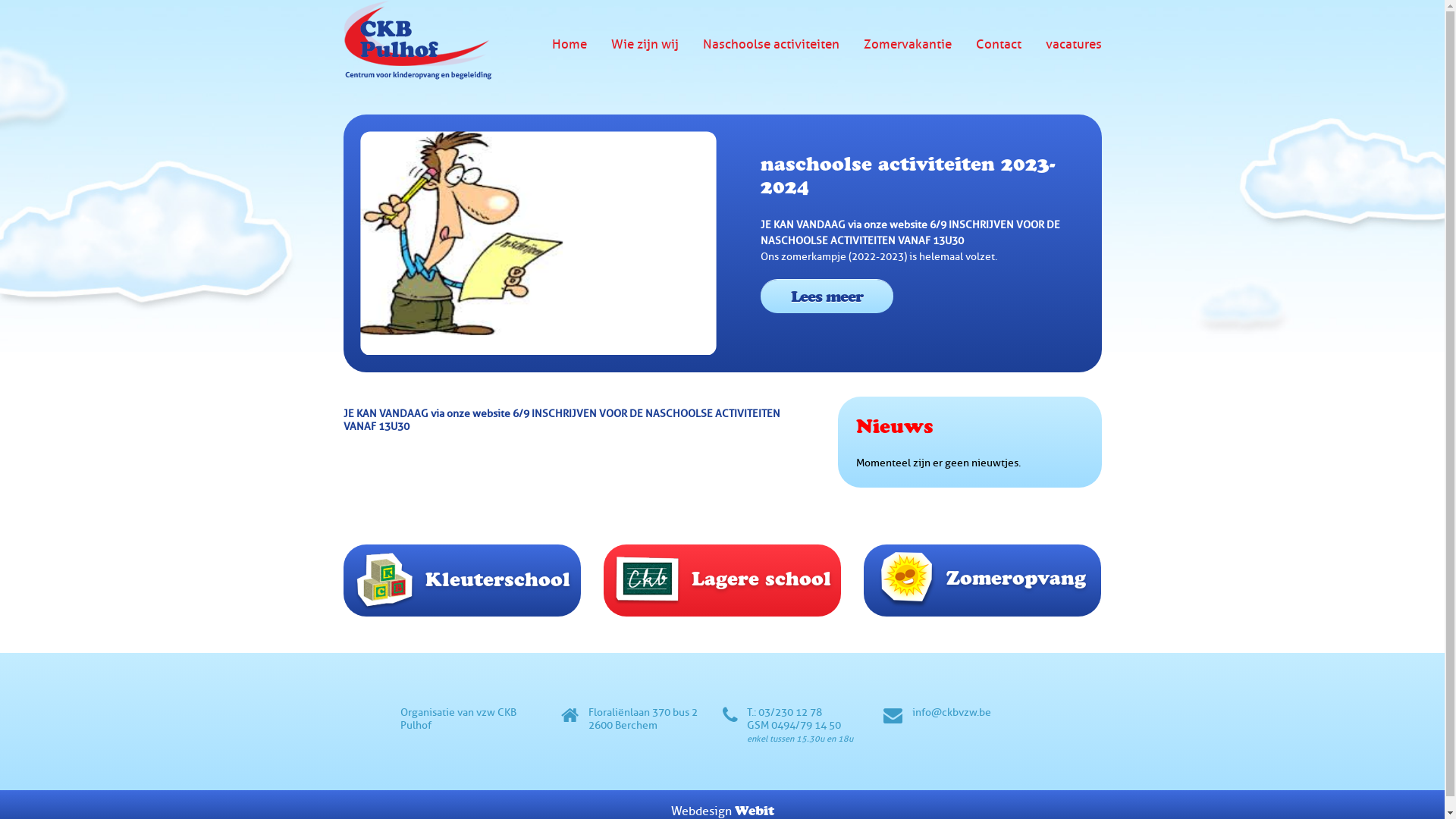 This screenshot has height=819, width=1456. Describe the element at coordinates (1072, 43) in the screenshot. I see `'vacatures'` at that location.